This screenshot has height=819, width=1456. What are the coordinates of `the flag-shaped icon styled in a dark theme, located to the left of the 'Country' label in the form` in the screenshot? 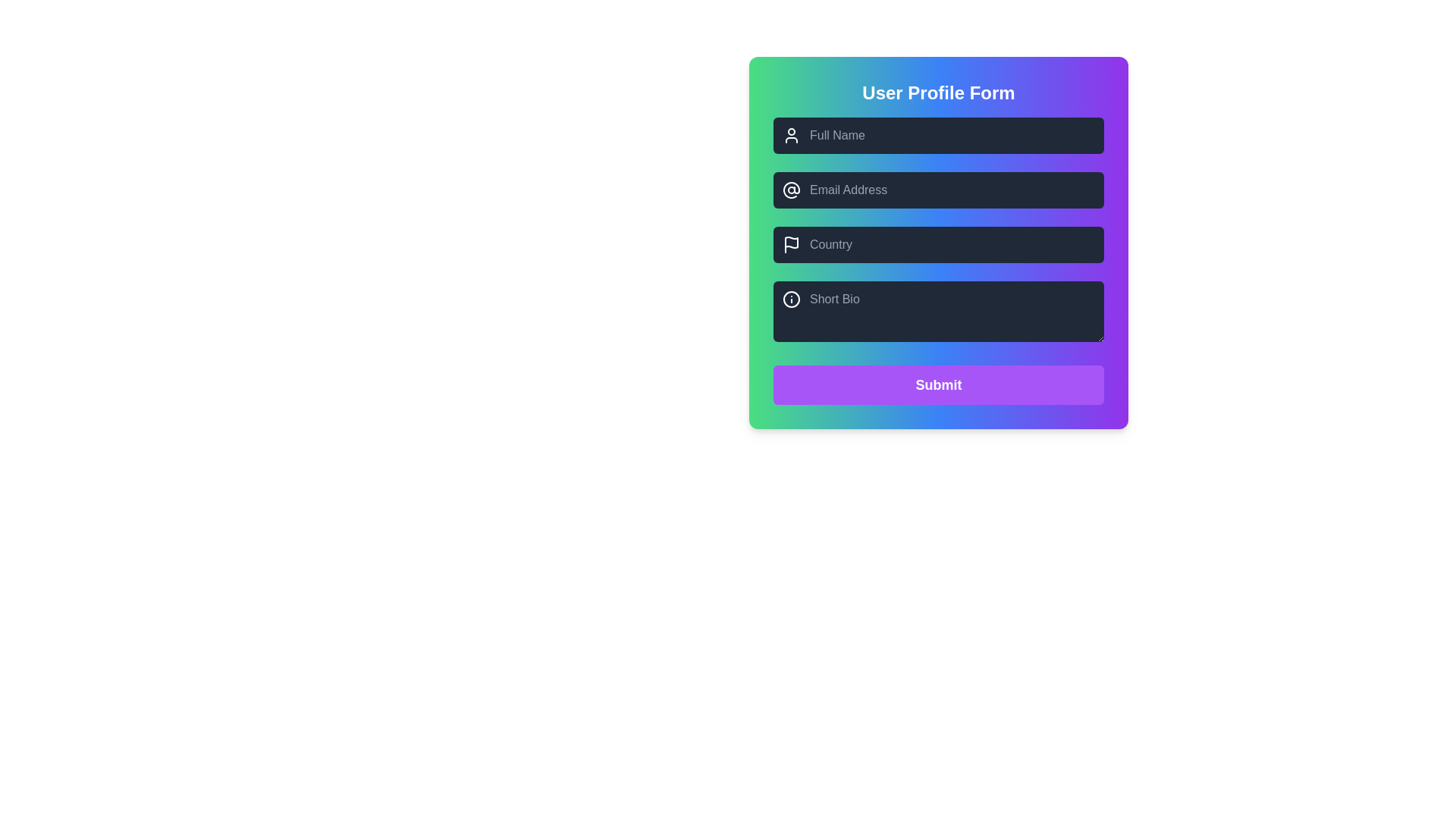 It's located at (790, 242).